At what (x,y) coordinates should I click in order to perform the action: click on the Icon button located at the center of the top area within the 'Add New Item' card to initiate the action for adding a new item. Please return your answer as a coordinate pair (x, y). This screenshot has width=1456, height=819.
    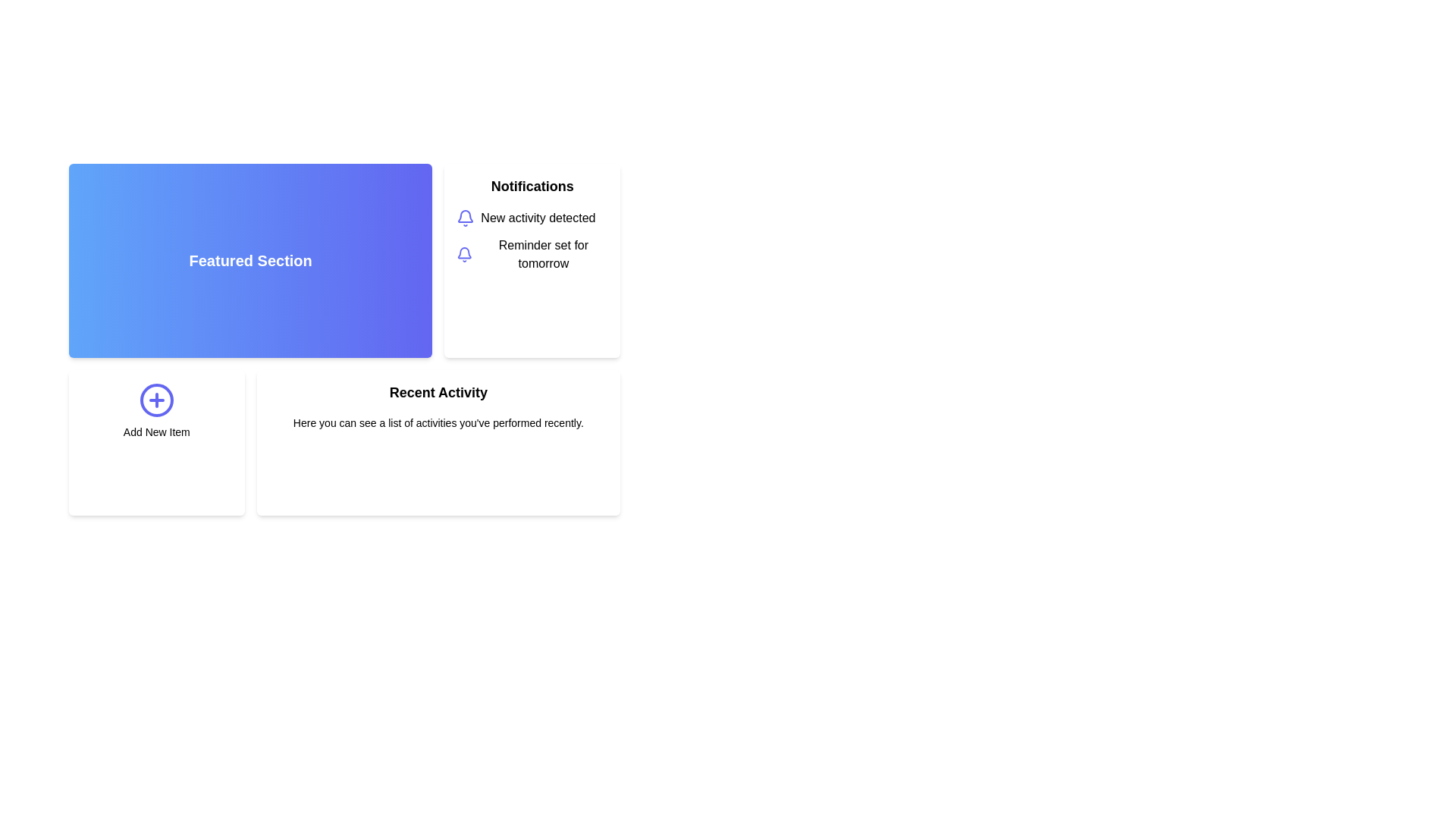
    Looking at the image, I should click on (156, 400).